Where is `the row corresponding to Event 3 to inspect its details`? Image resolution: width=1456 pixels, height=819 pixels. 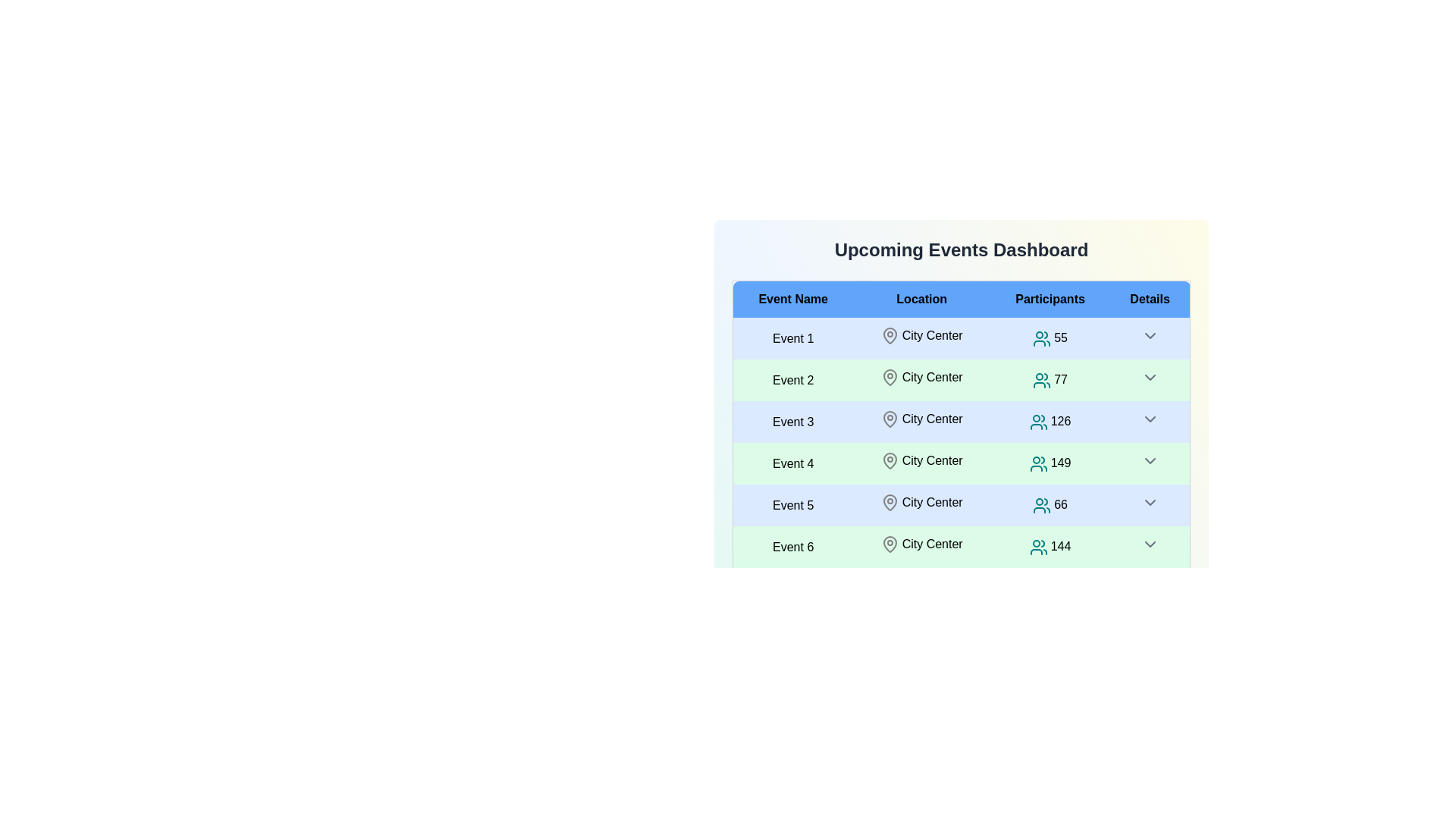
the row corresponding to Event 3 to inspect its details is located at coordinates (792, 422).